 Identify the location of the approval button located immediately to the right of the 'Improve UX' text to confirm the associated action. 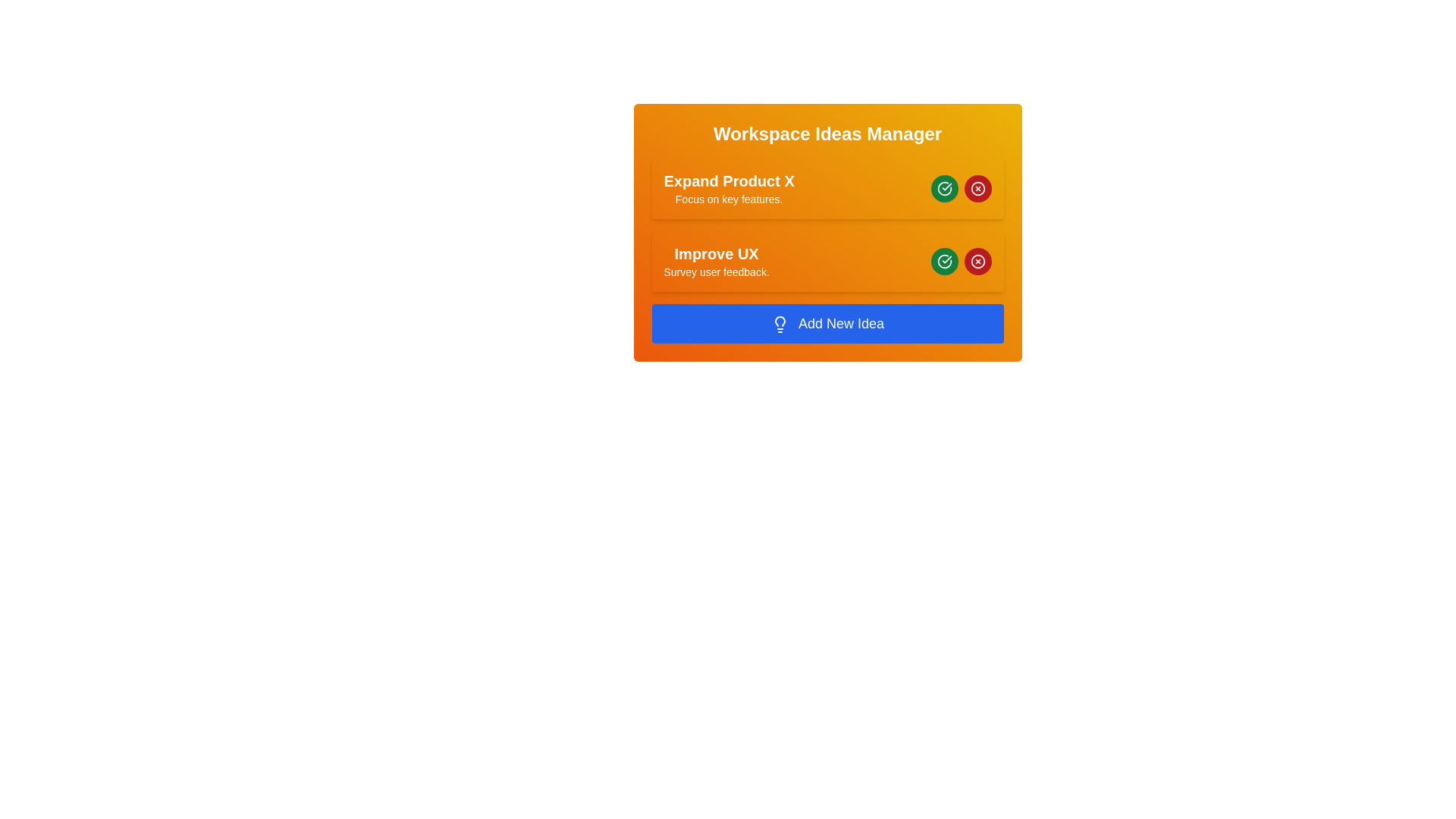
(943, 188).